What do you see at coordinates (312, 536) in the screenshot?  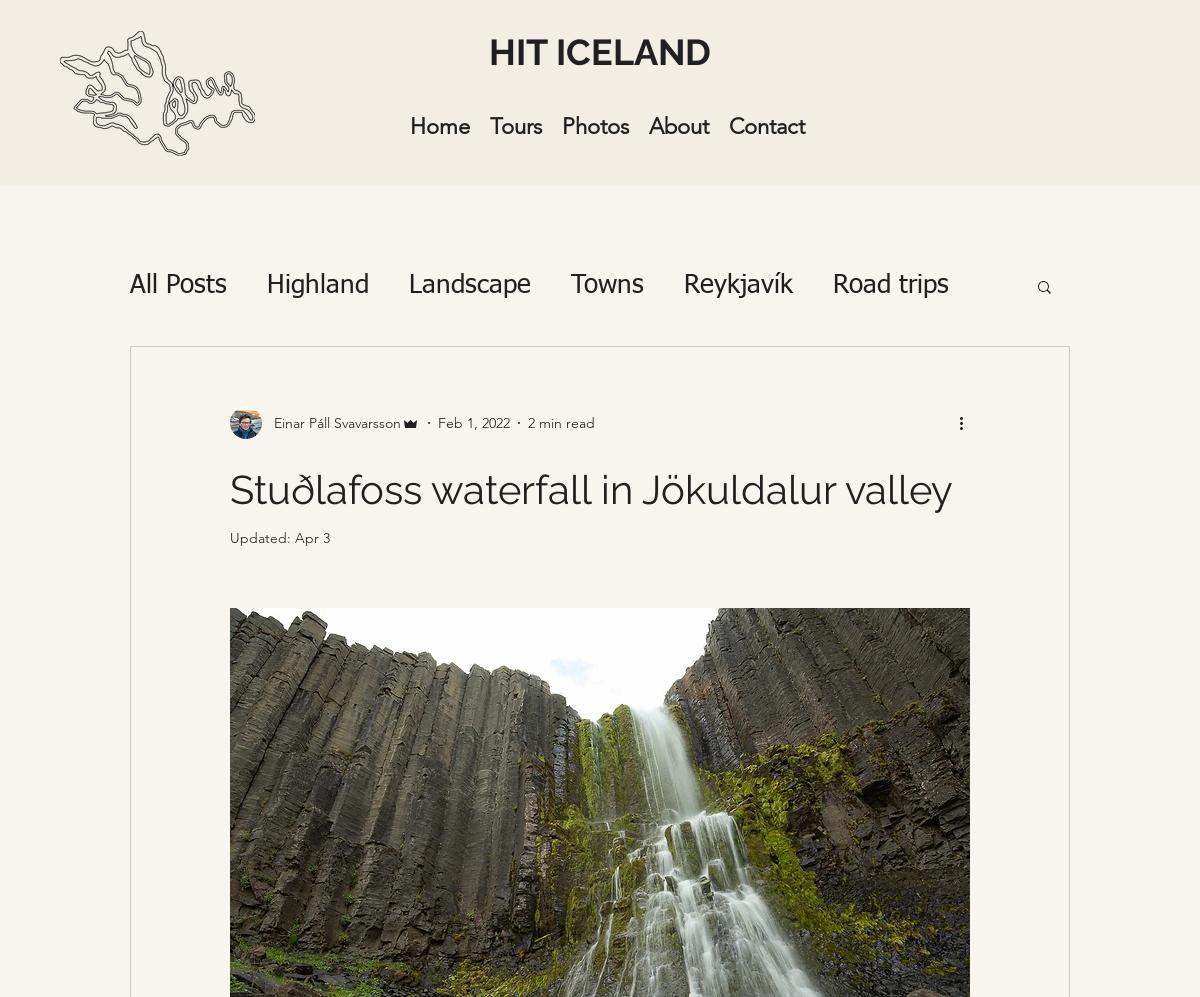 I see `'Apr 3'` at bounding box center [312, 536].